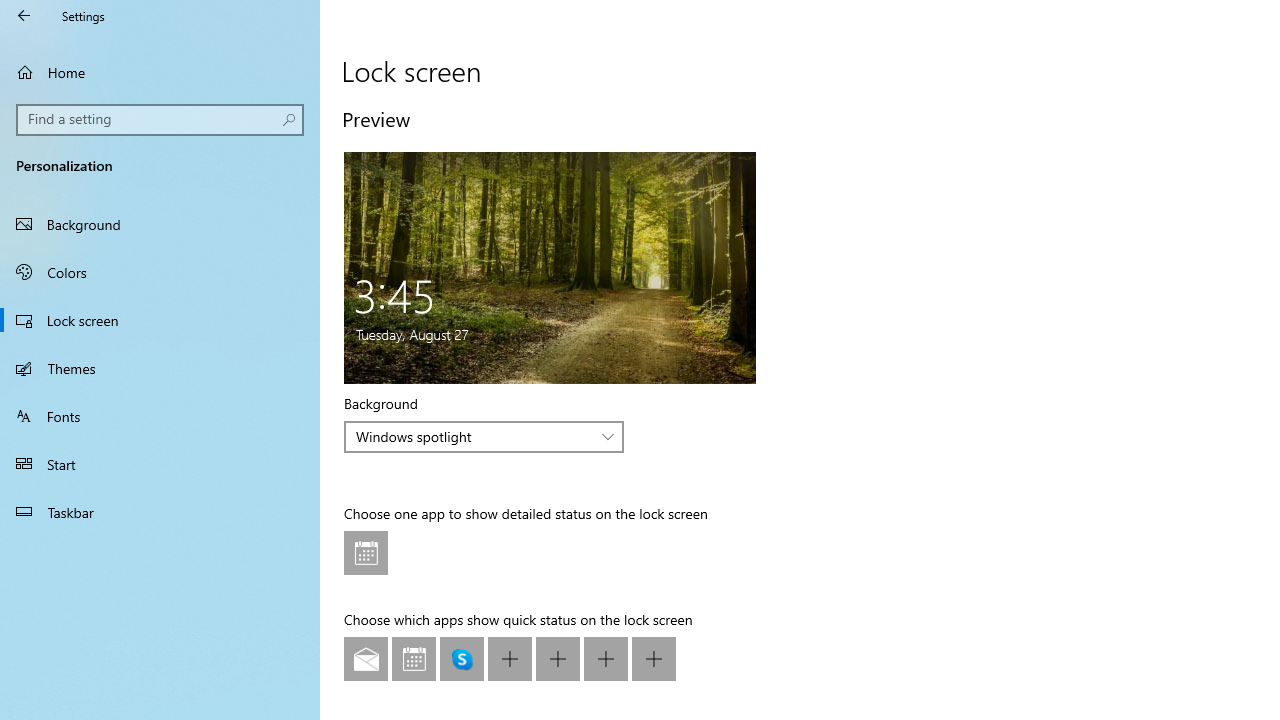  What do you see at coordinates (160, 223) in the screenshot?
I see `'Background'` at bounding box center [160, 223].